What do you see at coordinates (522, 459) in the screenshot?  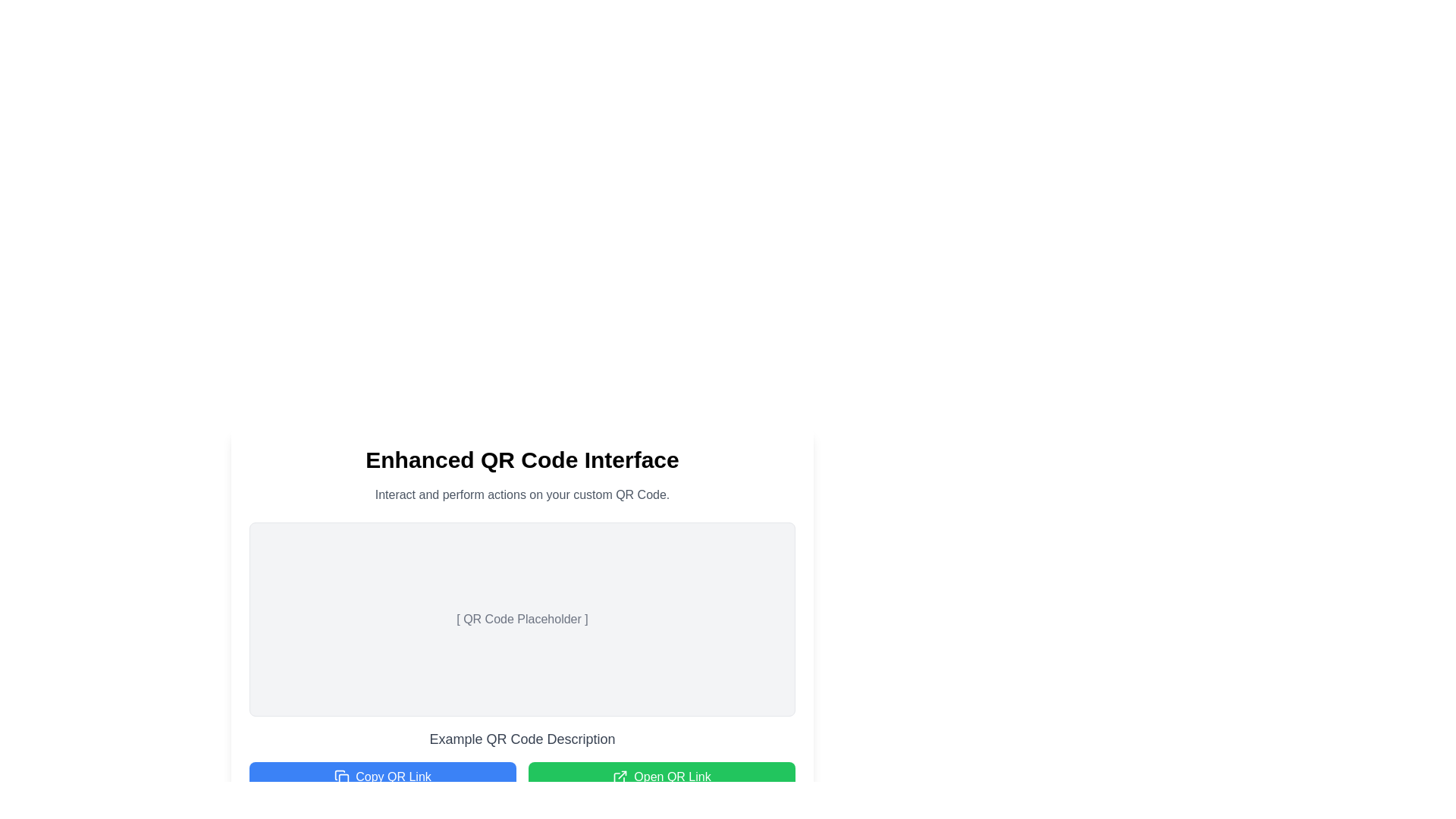 I see `the title text element that describes the section, positioned centrally above the descriptive text about interacting with a custom QR Code` at bounding box center [522, 459].